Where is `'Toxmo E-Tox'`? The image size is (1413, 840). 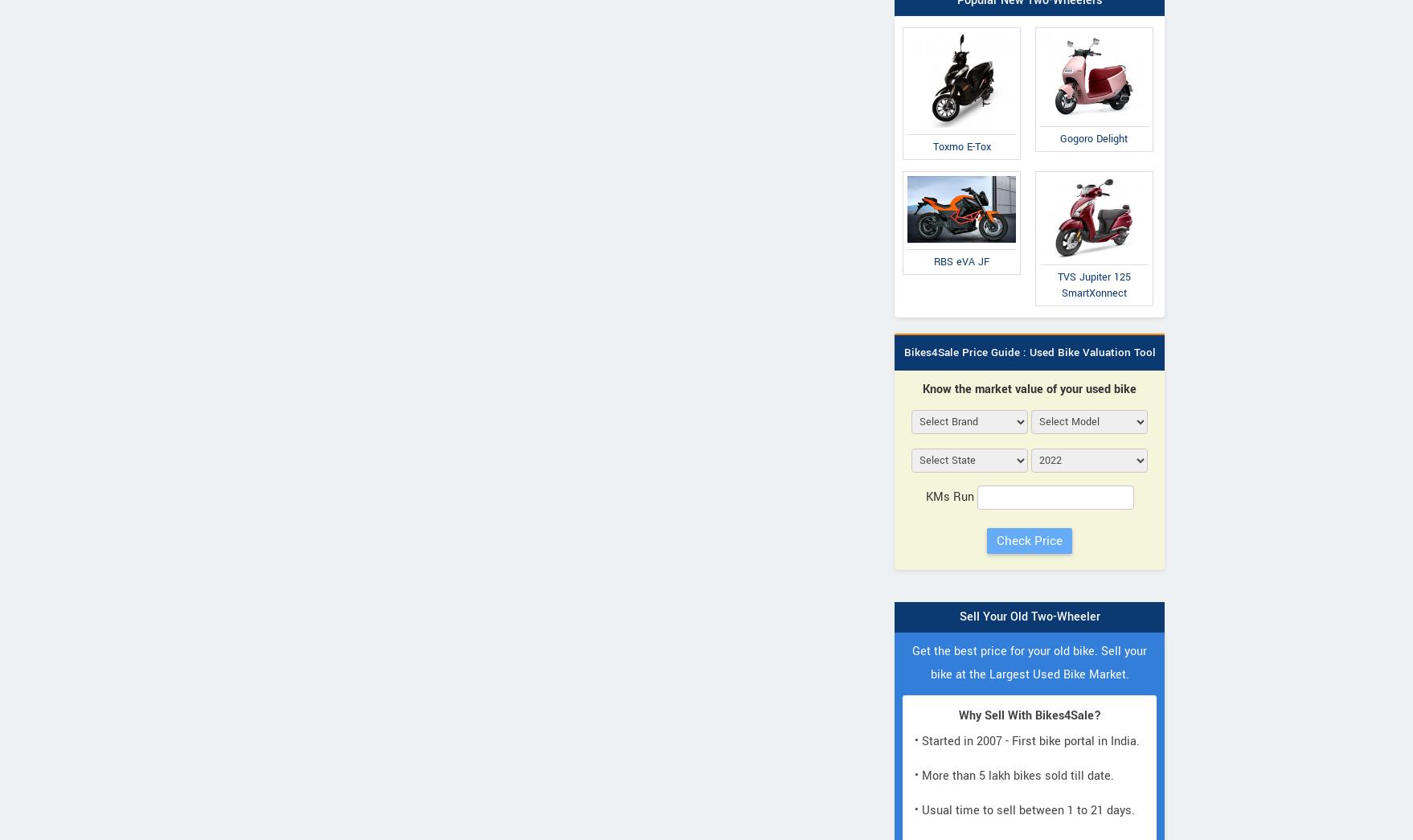 'Toxmo E-Tox' is located at coordinates (960, 146).